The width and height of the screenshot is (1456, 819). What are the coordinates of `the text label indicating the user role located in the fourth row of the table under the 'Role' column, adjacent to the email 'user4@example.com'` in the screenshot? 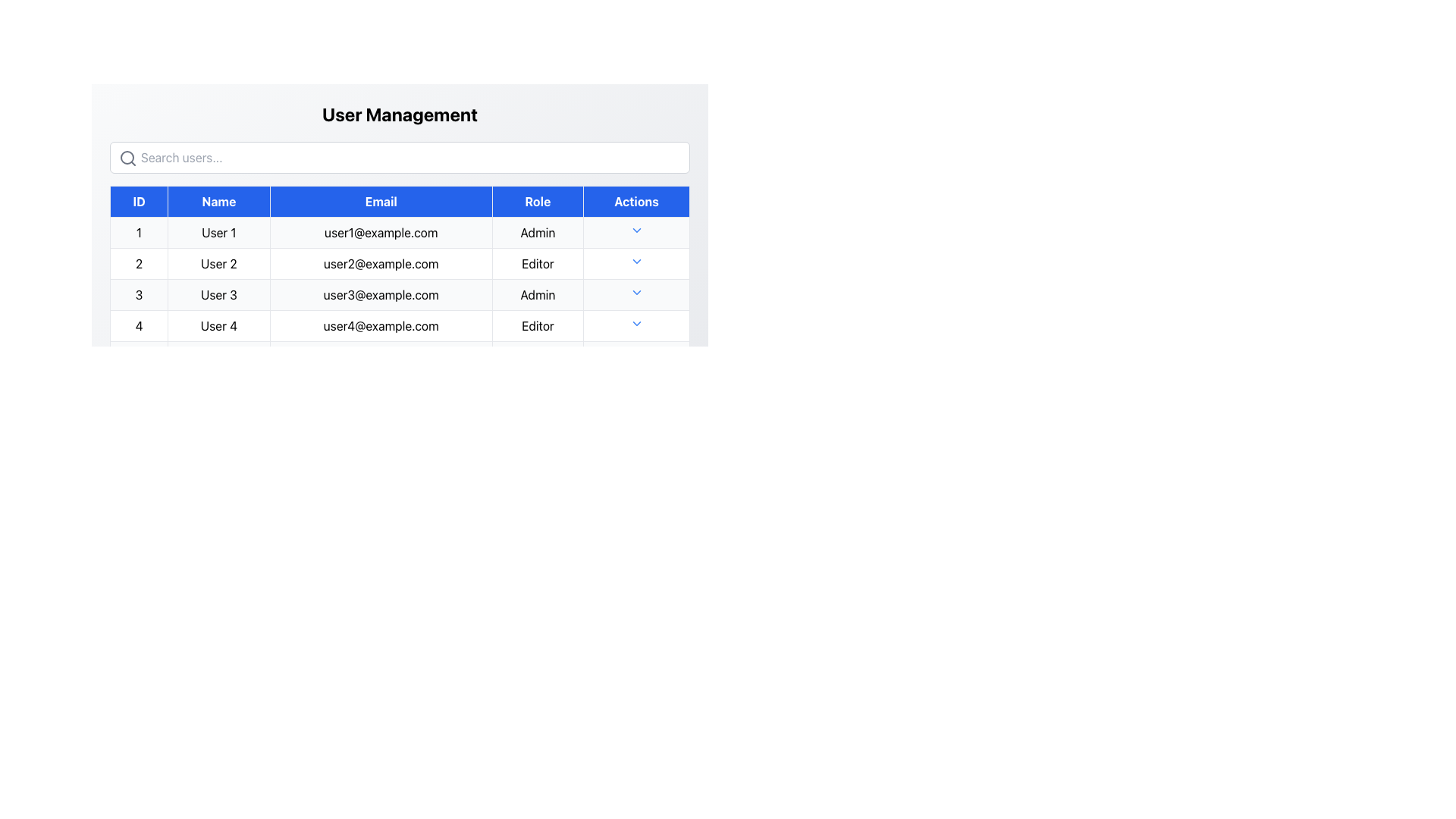 It's located at (538, 325).